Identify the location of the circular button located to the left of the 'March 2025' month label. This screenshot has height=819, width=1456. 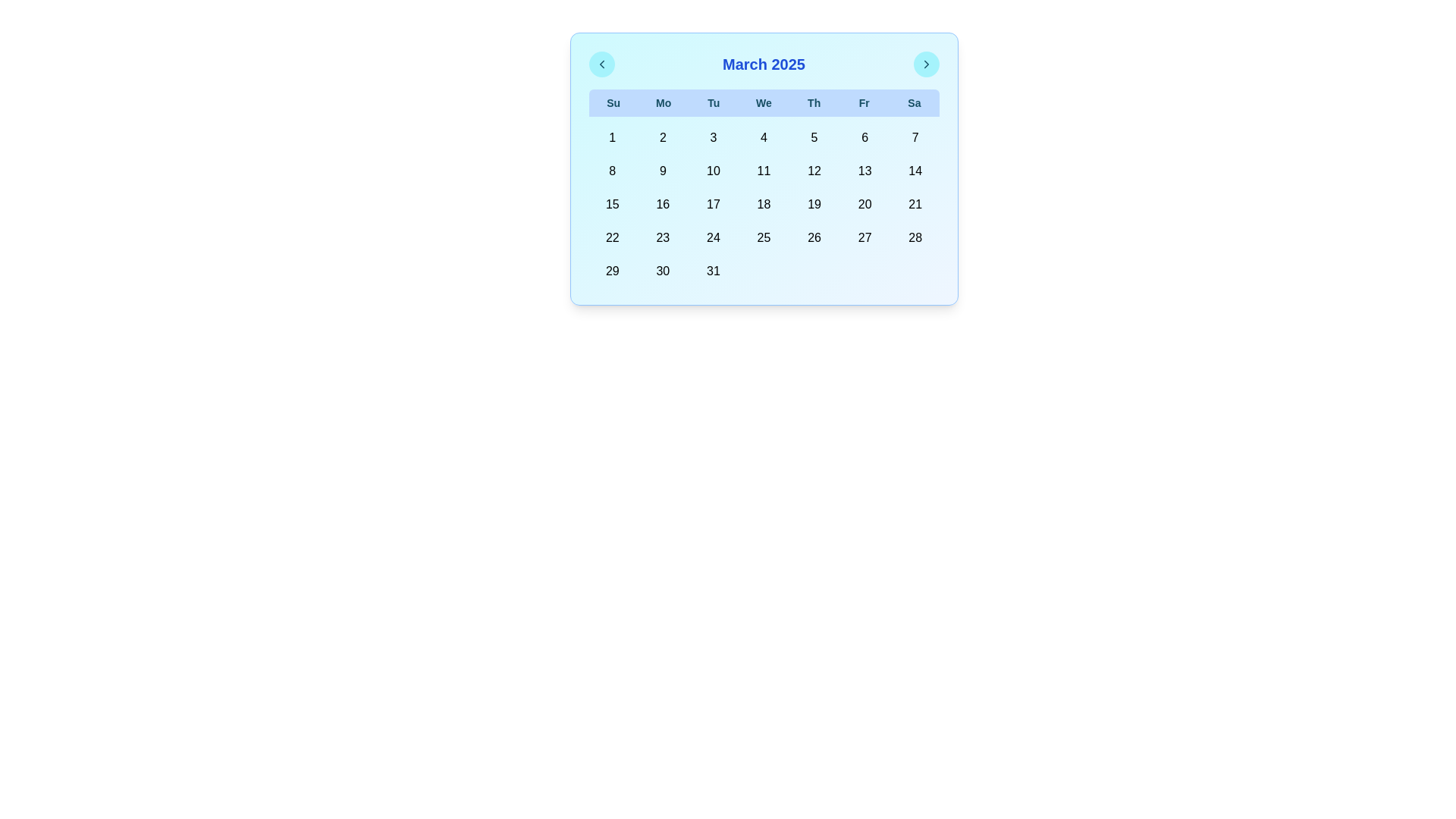
(601, 63).